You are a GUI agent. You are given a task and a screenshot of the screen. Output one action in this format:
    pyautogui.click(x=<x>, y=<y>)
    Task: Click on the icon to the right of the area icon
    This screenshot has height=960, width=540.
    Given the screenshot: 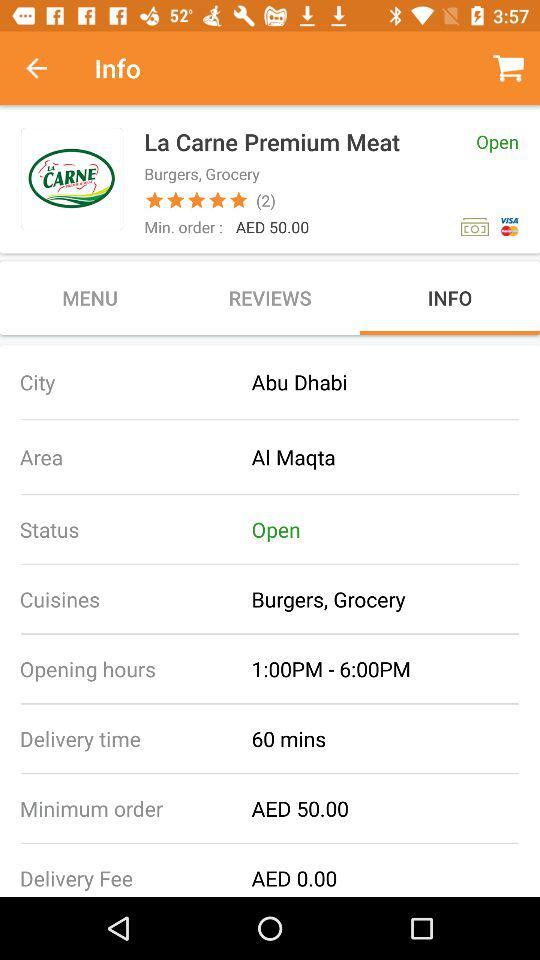 What is the action you would take?
    pyautogui.click(x=395, y=457)
    